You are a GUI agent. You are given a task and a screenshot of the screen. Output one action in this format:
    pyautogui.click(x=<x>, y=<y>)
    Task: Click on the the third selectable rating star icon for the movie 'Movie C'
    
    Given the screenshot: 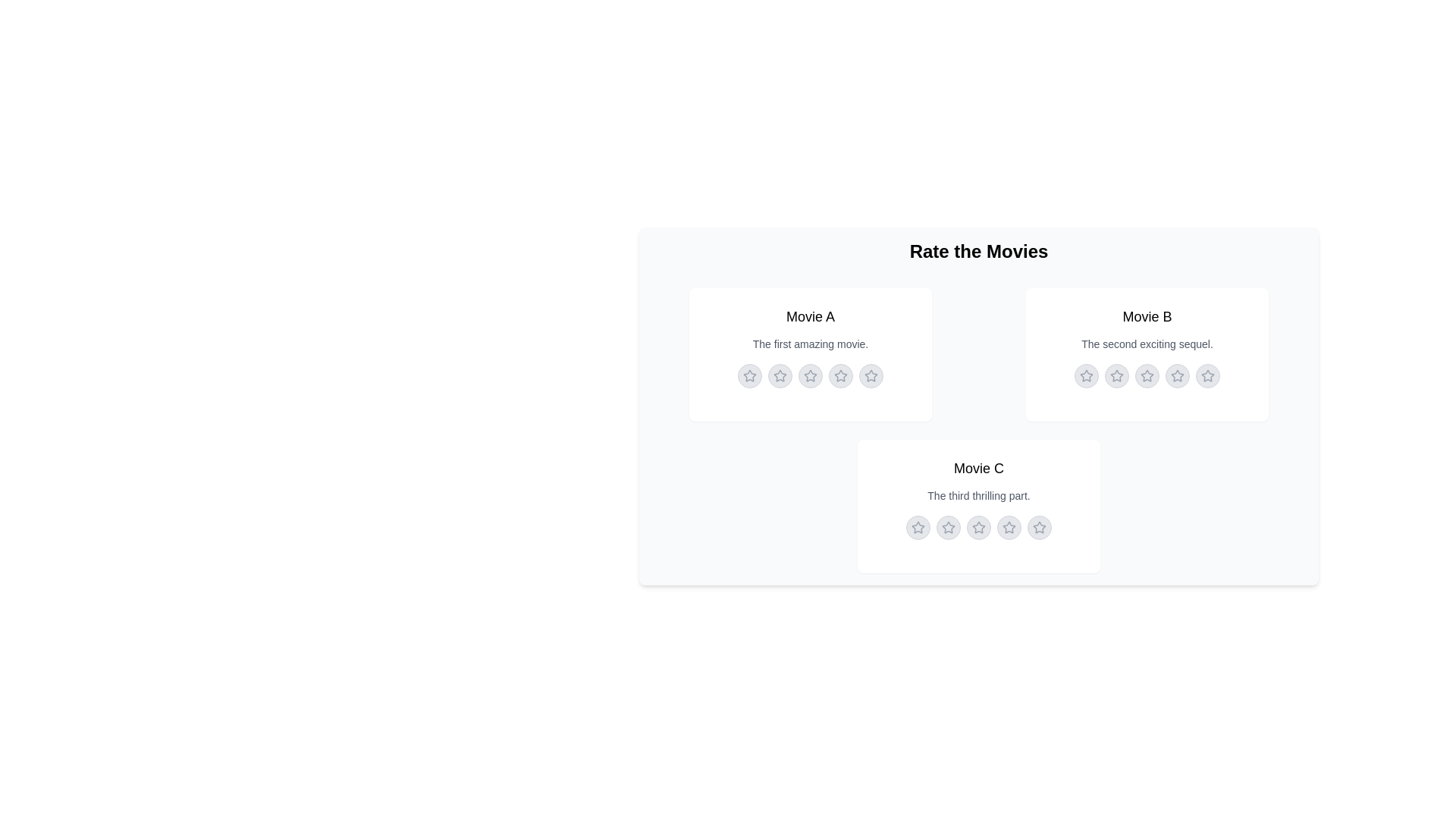 What is the action you would take?
    pyautogui.click(x=979, y=526)
    